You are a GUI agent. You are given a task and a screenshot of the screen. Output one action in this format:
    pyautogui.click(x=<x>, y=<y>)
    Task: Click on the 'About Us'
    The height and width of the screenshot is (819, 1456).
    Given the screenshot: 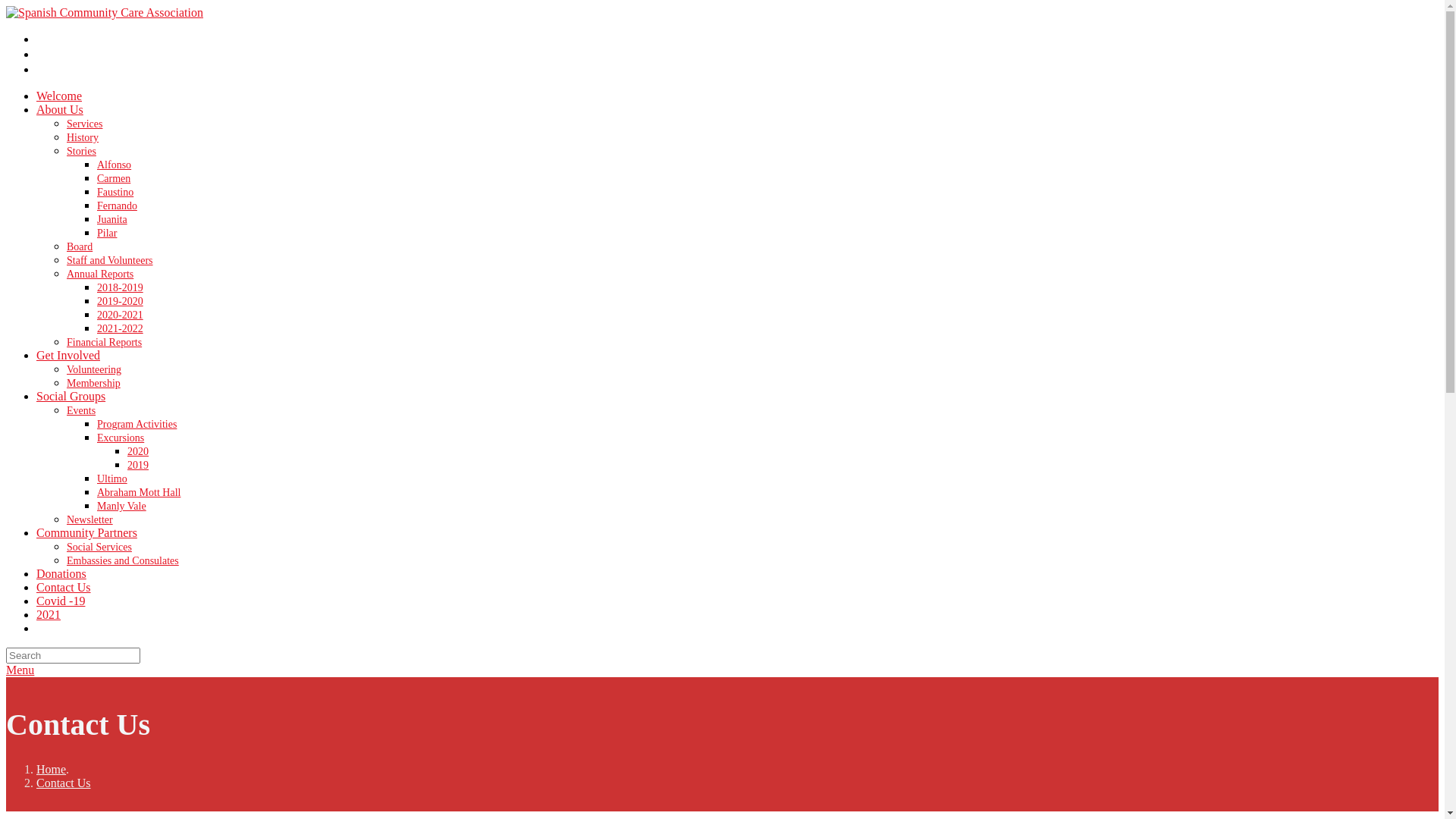 What is the action you would take?
    pyautogui.click(x=59, y=108)
    